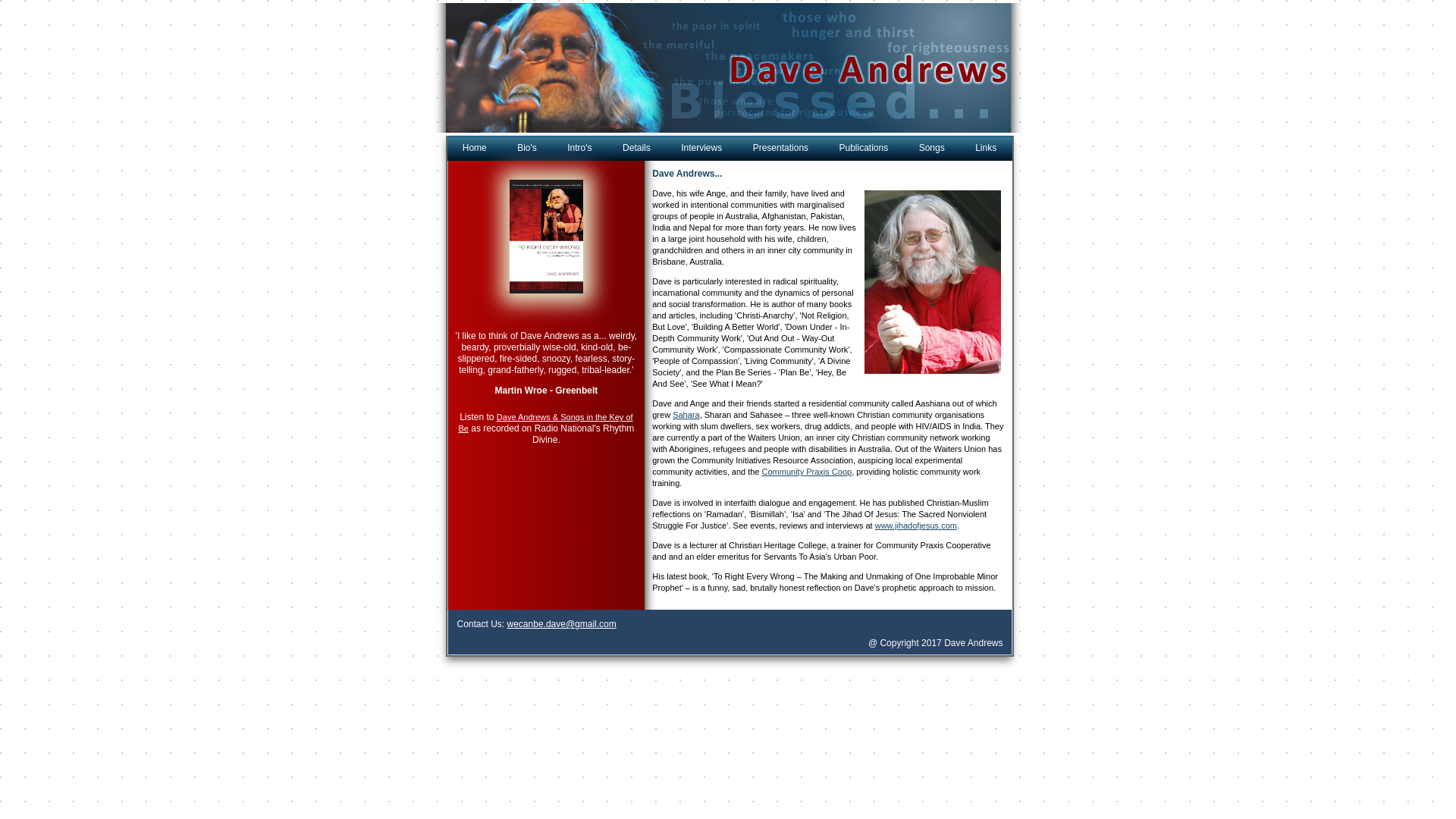 Image resolution: width=1456 pixels, height=819 pixels. What do you see at coordinates (806, 470) in the screenshot?
I see `'Community Praxis Coop'` at bounding box center [806, 470].